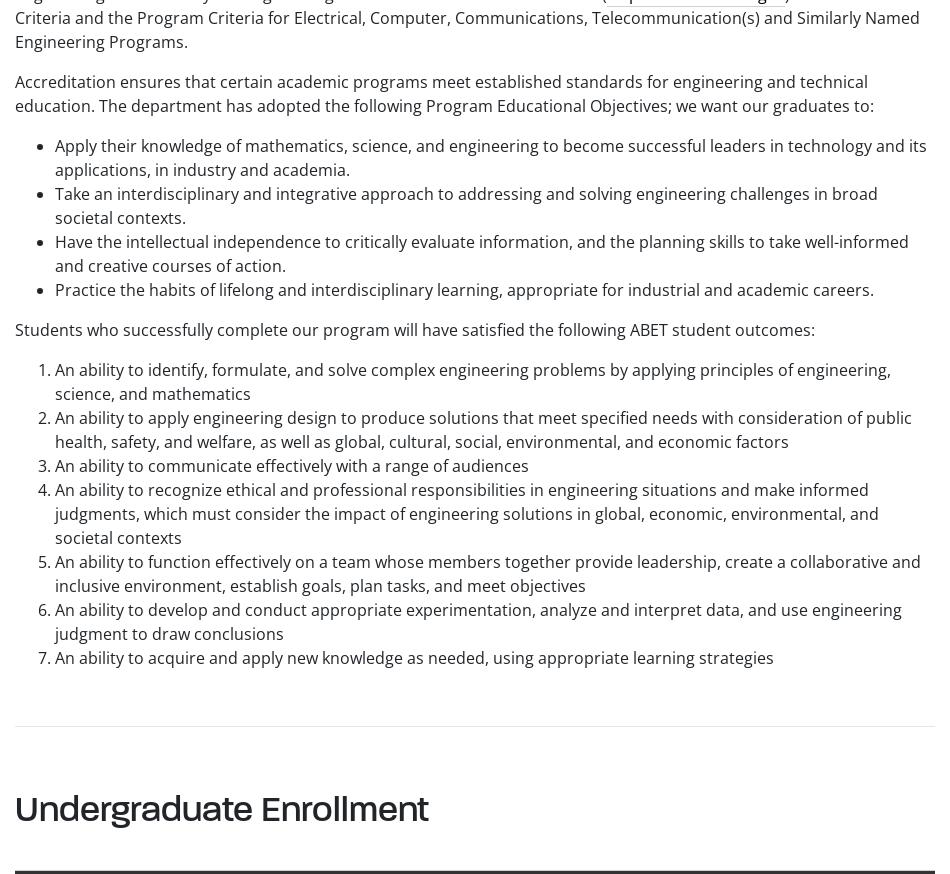  What do you see at coordinates (55, 572) in the screenshot?
I see `'An ability to function effectively on a team whose members together provide leadership, create a collaborative and inclusive environment, establish goals, plan tasks, and meet objectives'` at bounding box center [55, 572].